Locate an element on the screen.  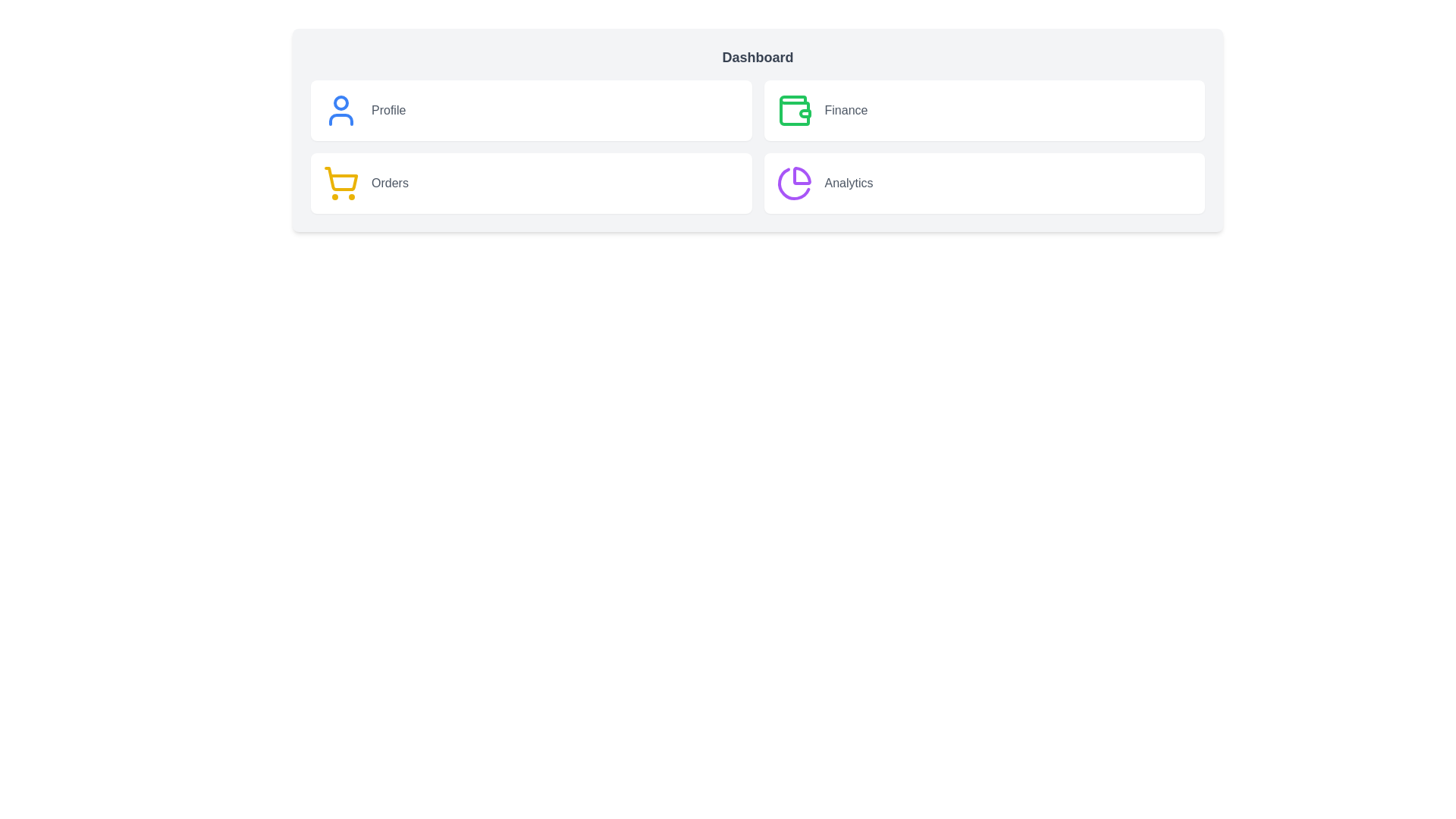
the 'Profile' text label located in the top-left quadrant of the main content grid, adjacent to the user icon and beneath the 'Dashboard' header is located at coordinates (388, 110).